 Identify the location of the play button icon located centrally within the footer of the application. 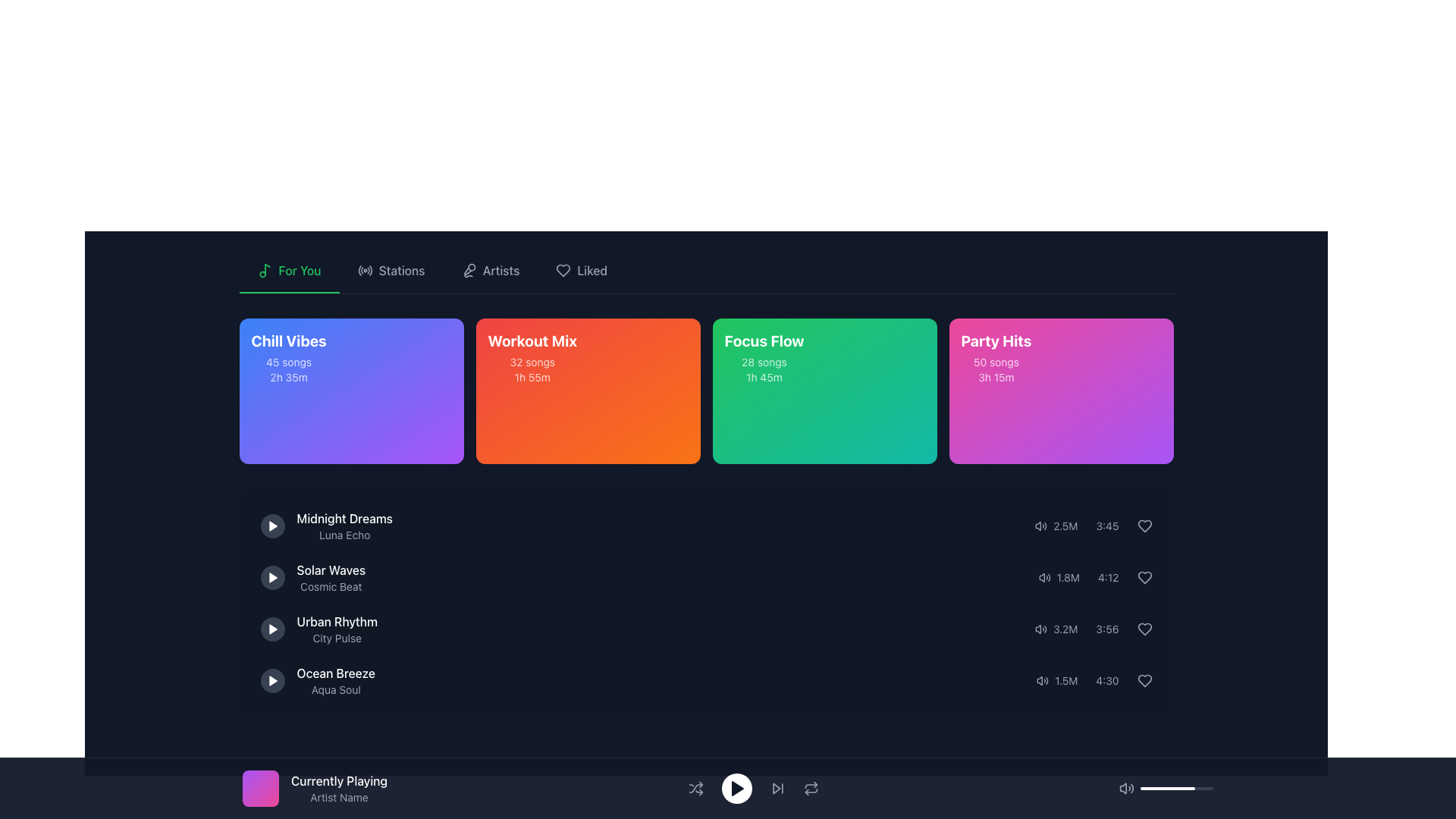
(737, 788).